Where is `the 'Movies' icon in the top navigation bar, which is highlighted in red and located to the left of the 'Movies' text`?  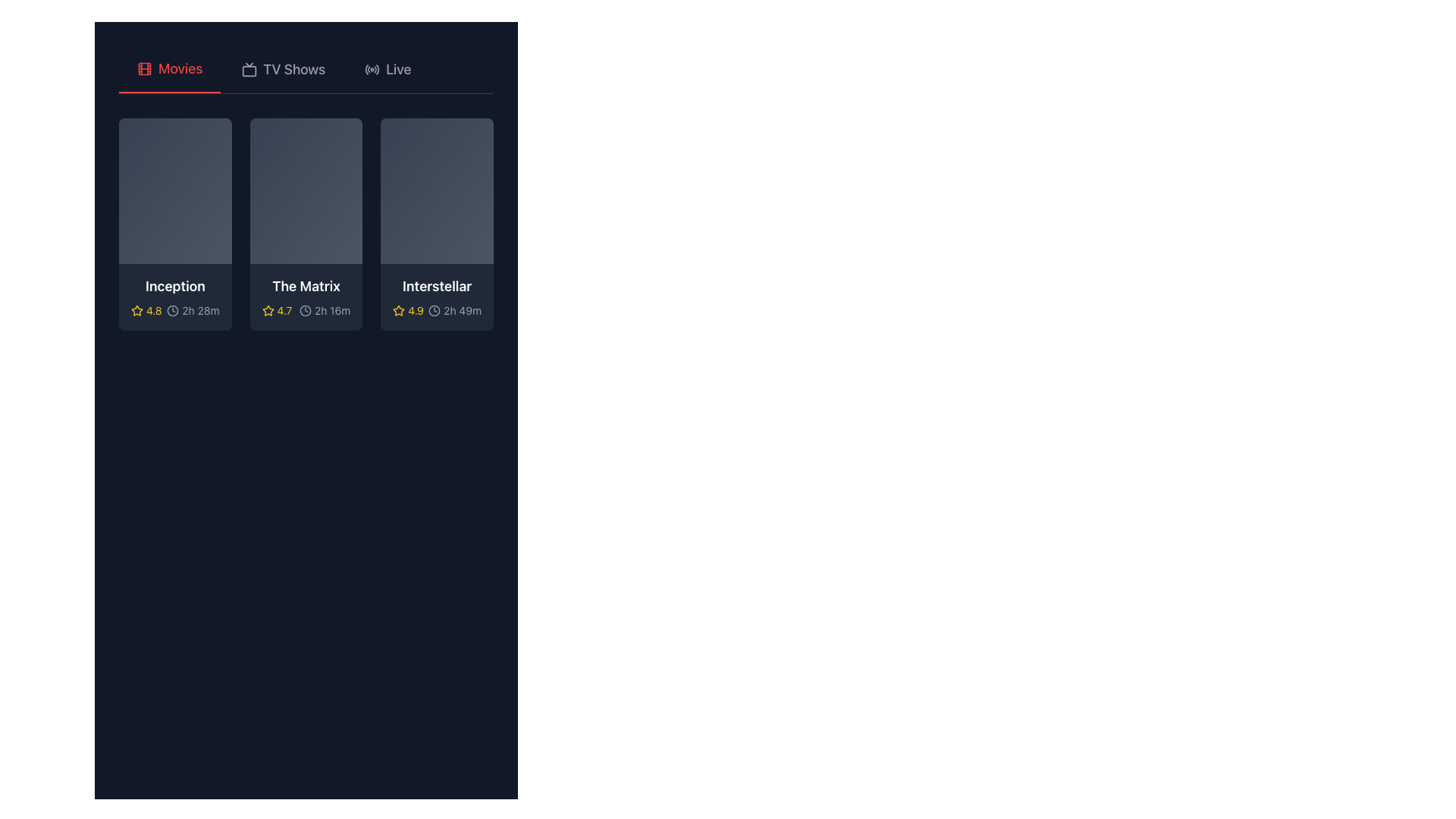 the 'Movies' icon in the top navigation bar, which is highlighted in red and located to the left of the 'Movies' text is located at coordinates (145, 69).